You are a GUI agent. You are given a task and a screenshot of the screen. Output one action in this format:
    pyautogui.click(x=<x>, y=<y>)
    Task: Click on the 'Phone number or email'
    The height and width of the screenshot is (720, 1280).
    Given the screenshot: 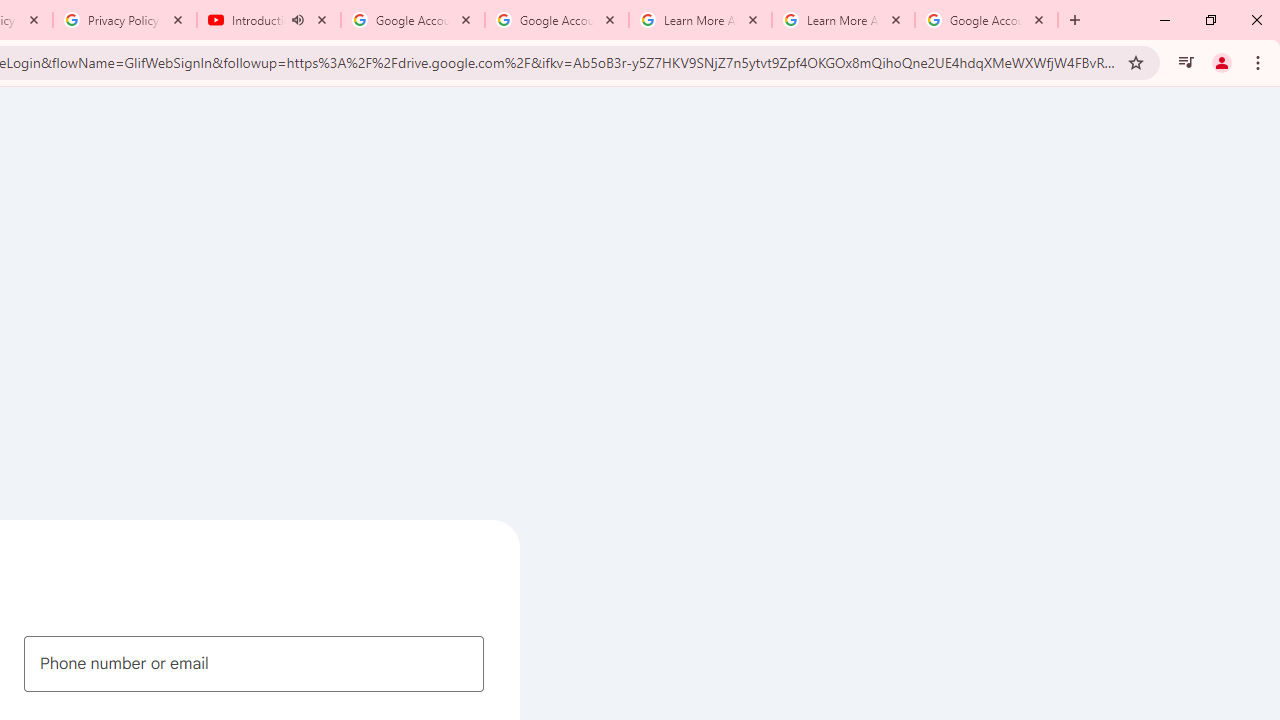 What is the action you would take?
    pyautogui.click(x=253, y=663)
    